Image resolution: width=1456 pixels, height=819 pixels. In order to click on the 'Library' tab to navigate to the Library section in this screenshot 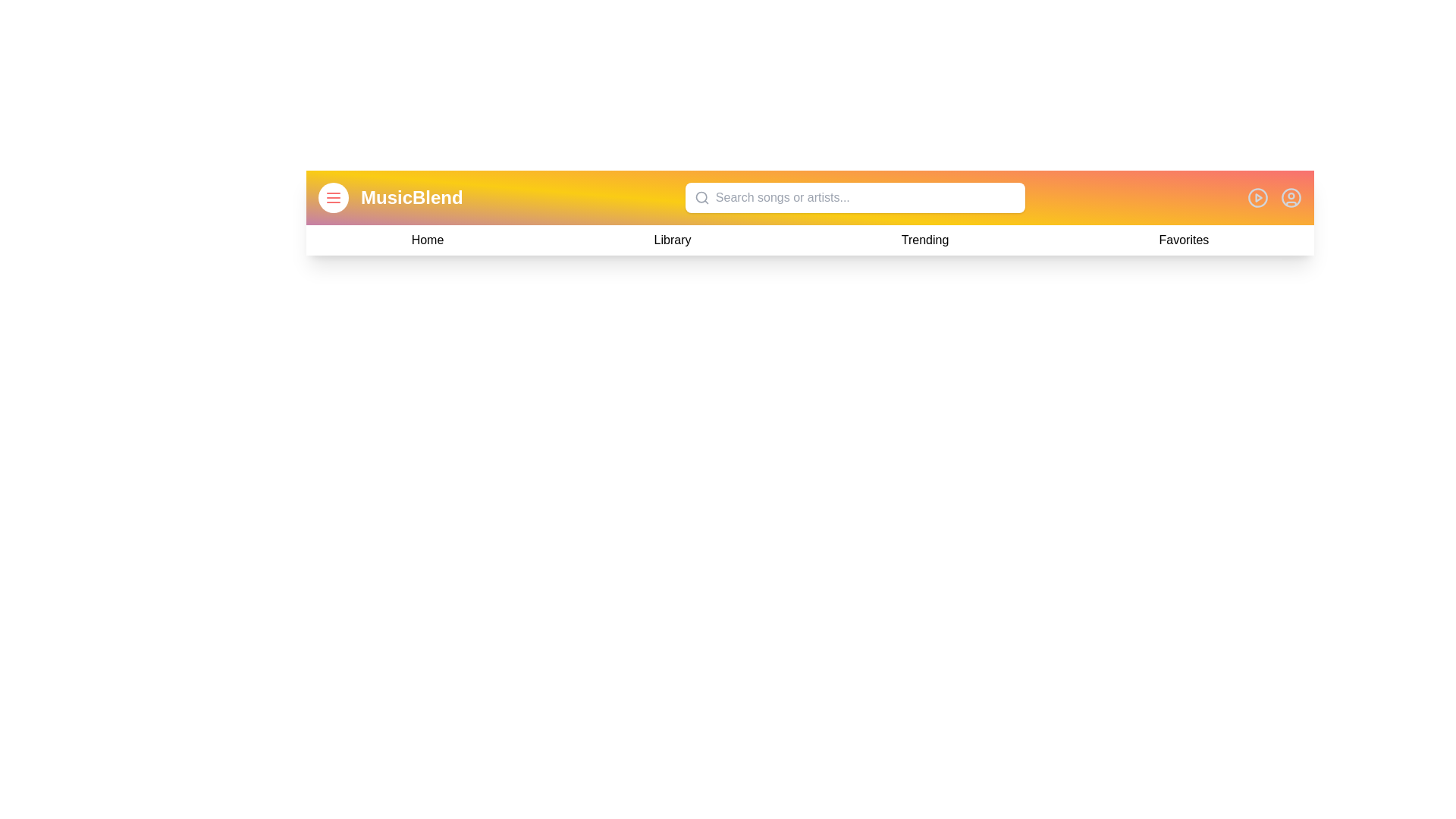, I will do `click(672, 239)`.